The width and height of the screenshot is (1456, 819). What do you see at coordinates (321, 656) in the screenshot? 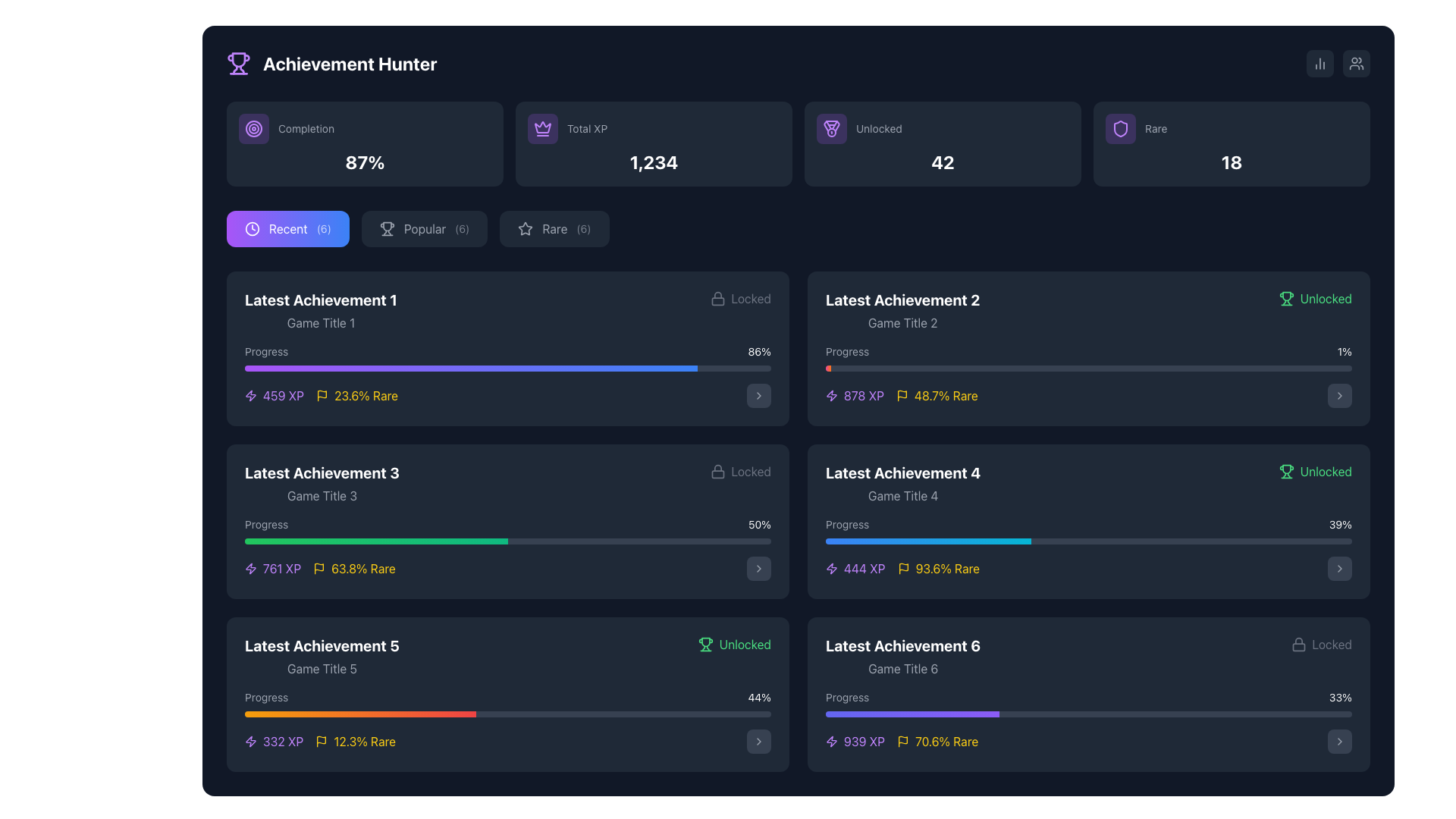
I see `the text label displaying 'Latest Achievement 5'` at bounding box center [321, 656].